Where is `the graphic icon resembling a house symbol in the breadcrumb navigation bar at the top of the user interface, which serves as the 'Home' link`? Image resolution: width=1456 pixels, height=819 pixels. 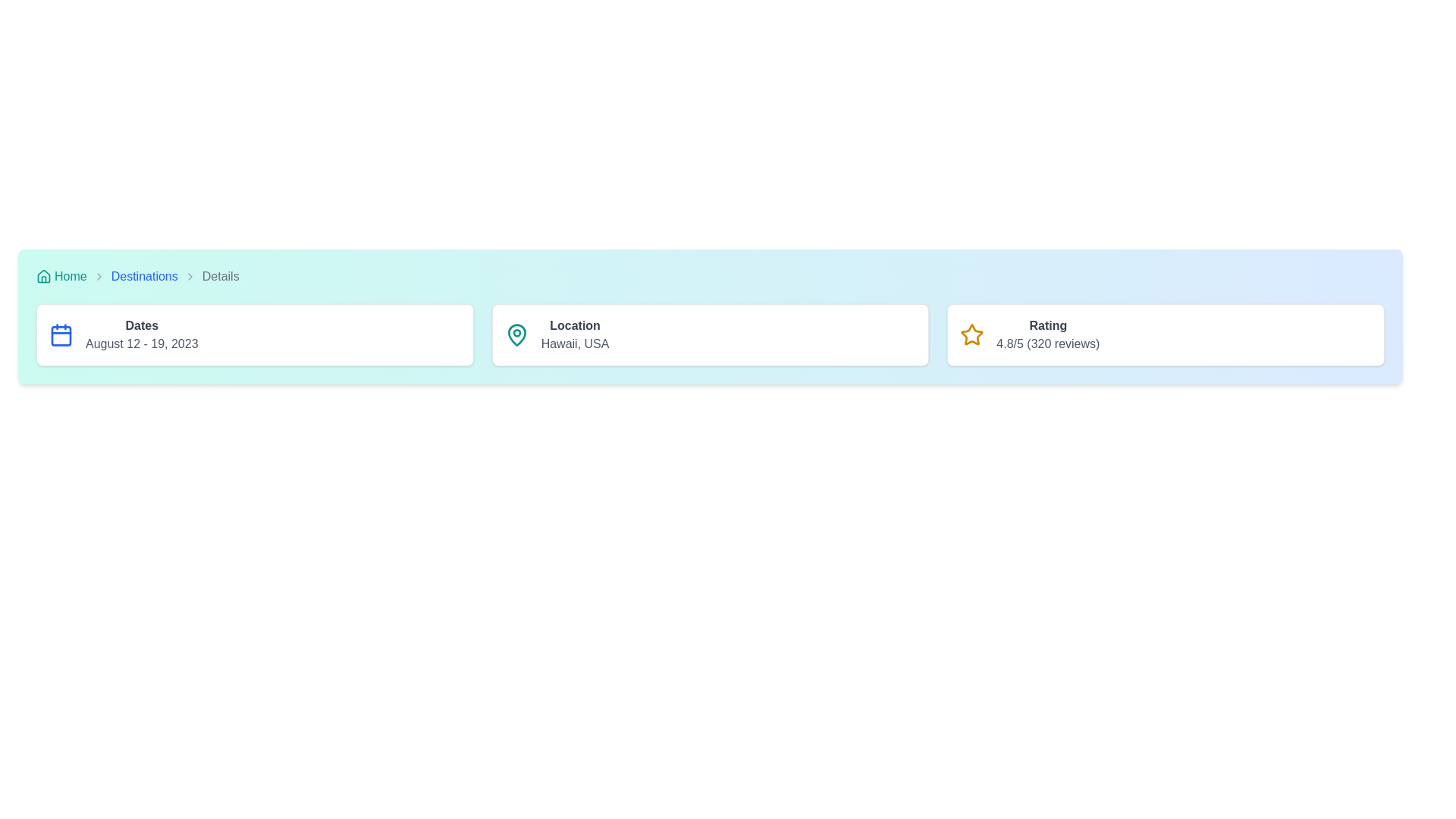 the graphic icon resembling a house symbol in the breadcrumb navigation bar at the top of the user interface, which serves as the 'Home' link is located at coordinates (43, 275).